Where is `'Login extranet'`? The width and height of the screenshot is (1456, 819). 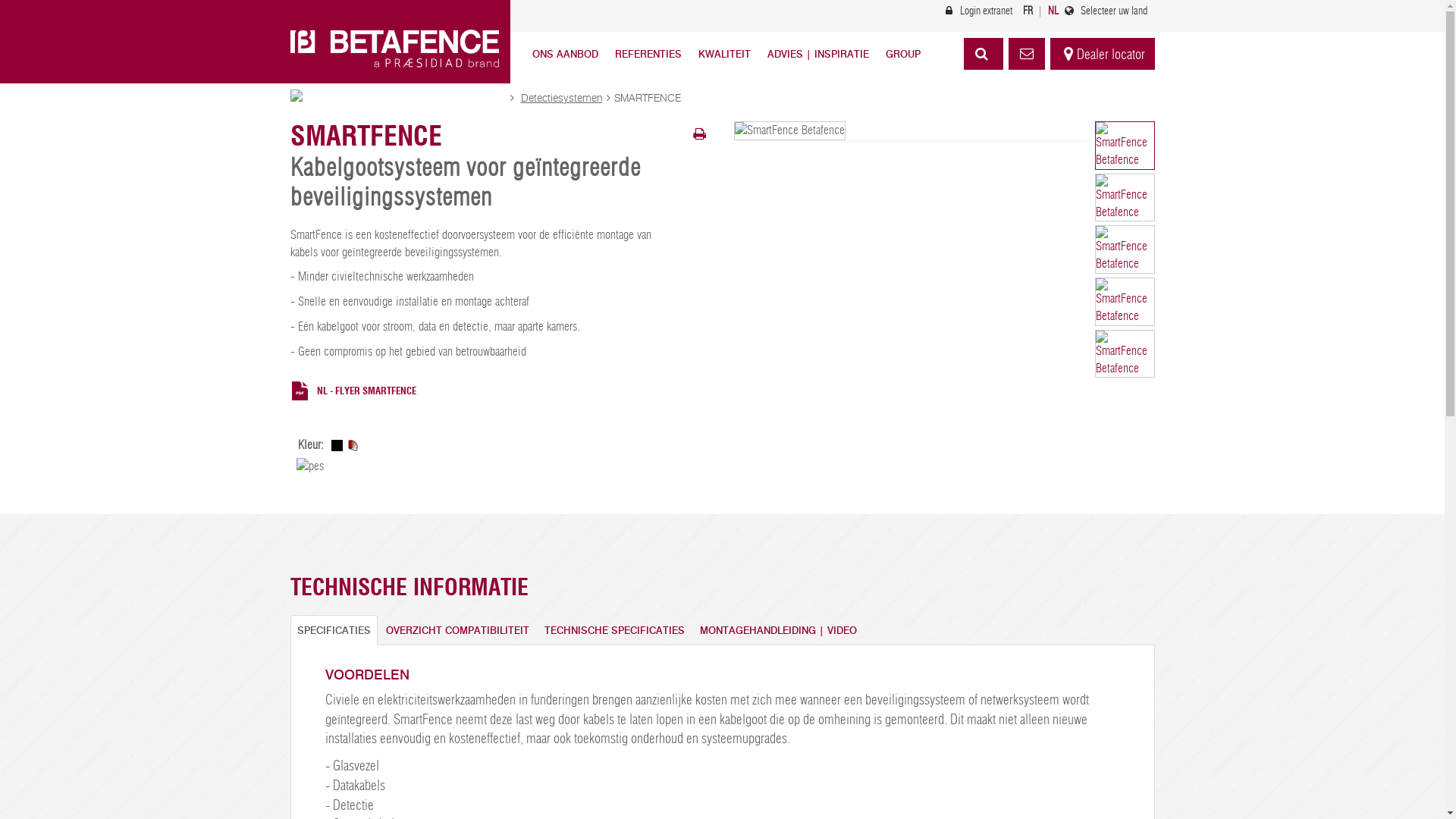 'Login extranet' is located at coordinates (939, 11).